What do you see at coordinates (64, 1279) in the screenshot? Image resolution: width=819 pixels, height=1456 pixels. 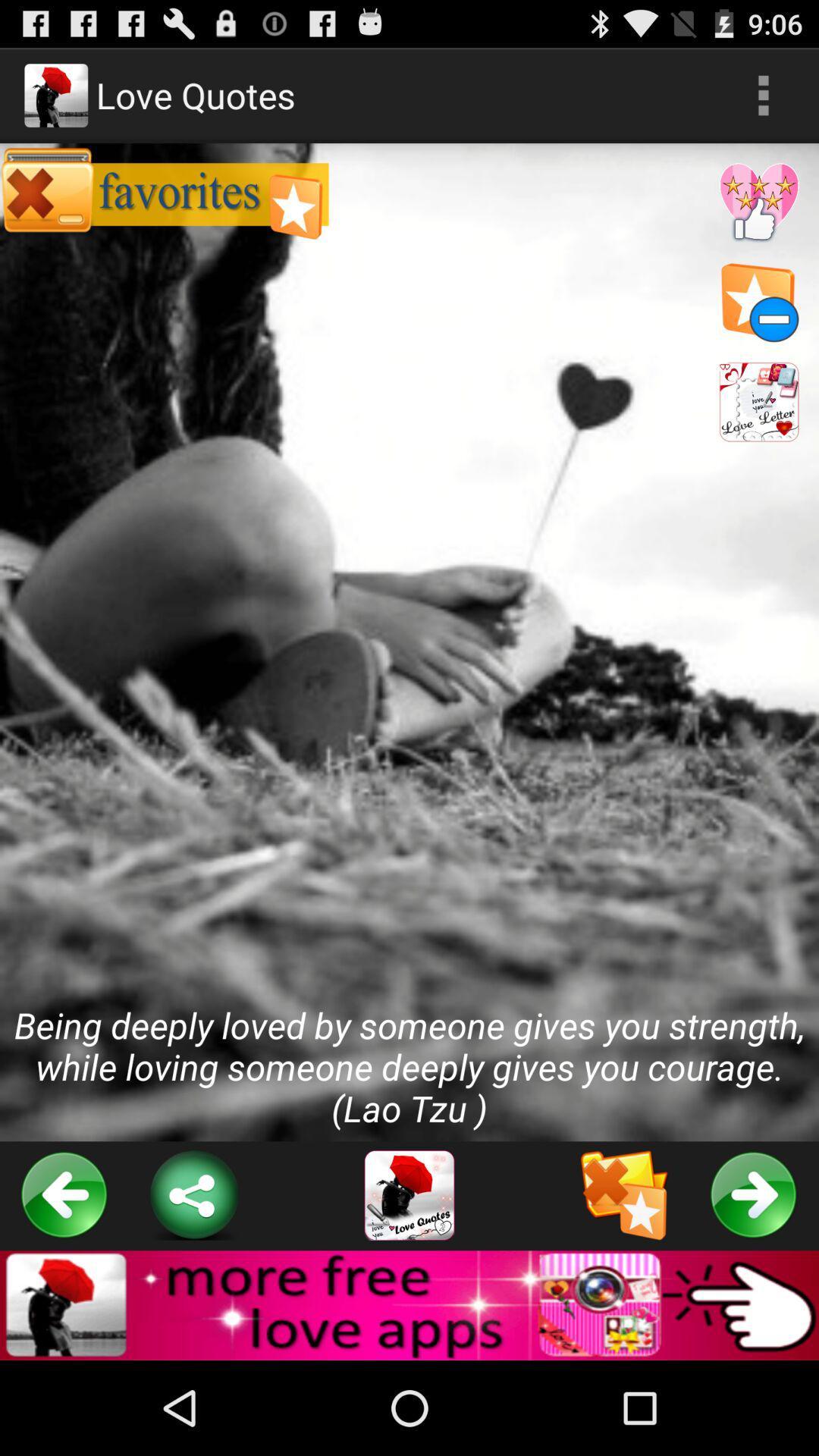 I see `the arrow_backward icon` at bounding box center [64, 1279].